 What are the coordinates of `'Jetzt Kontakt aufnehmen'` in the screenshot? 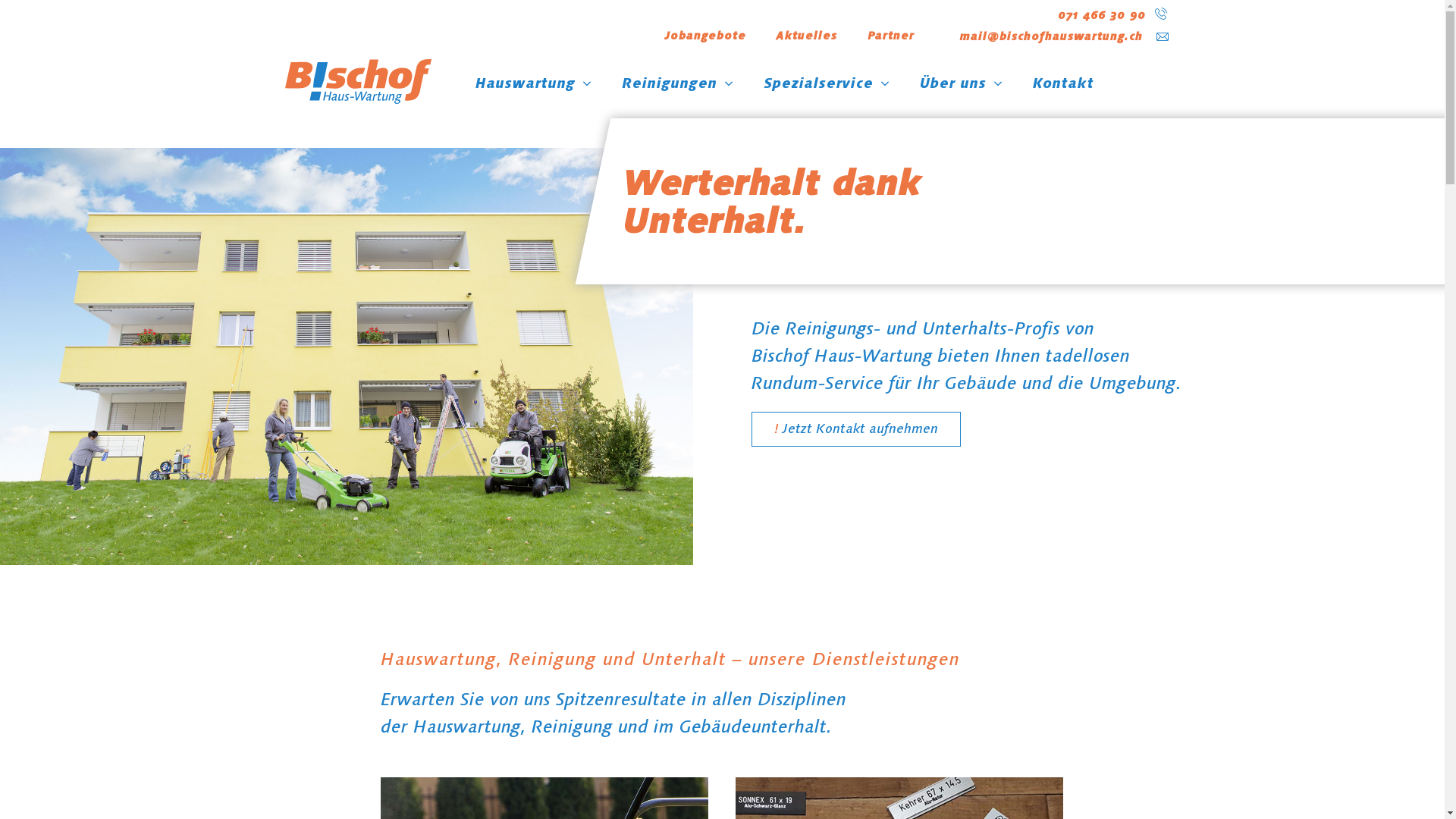 It's located at (855, 429).